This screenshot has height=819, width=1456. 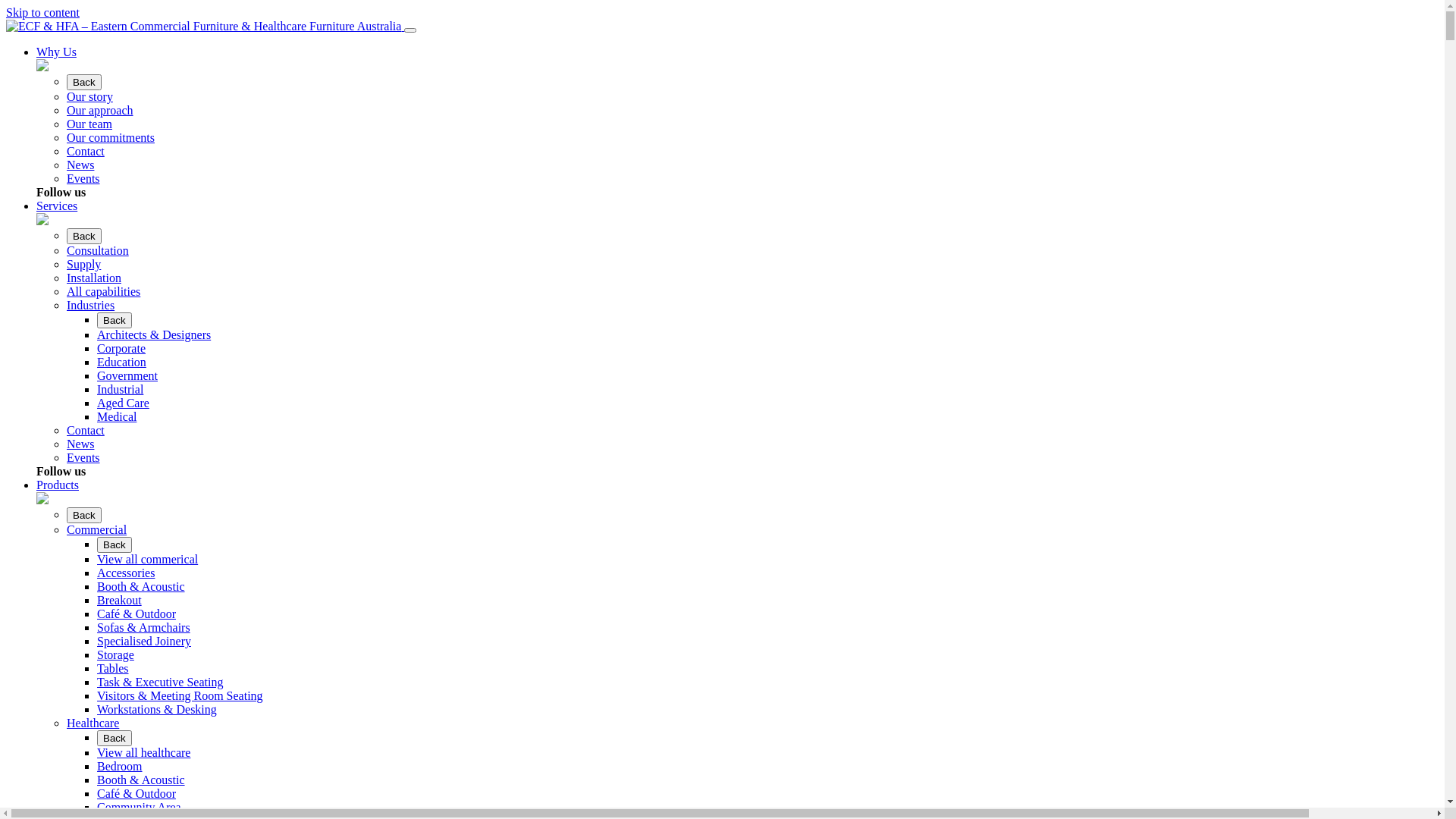 What do you see at coordinates (126, 573) in the screenshot?
I see `'Accessories'` at bounding box center [126, 573].